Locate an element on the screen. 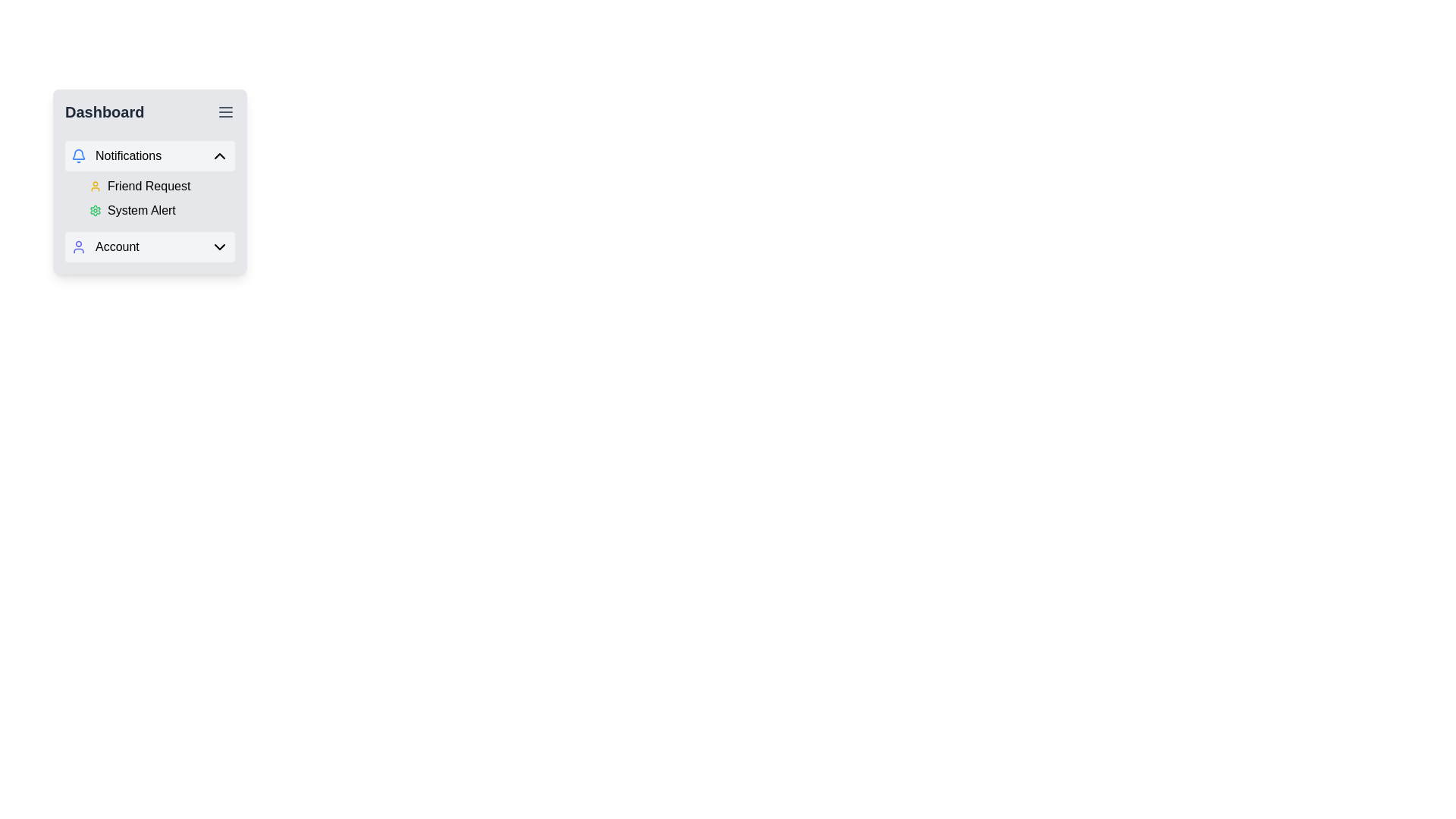 The height and width of the screenshot is (819, 1456). the small downward-pointing chevron icon located in the bottom-right corner of the 'Account' entry in the navigation panel is located at coordinates (218, 246).